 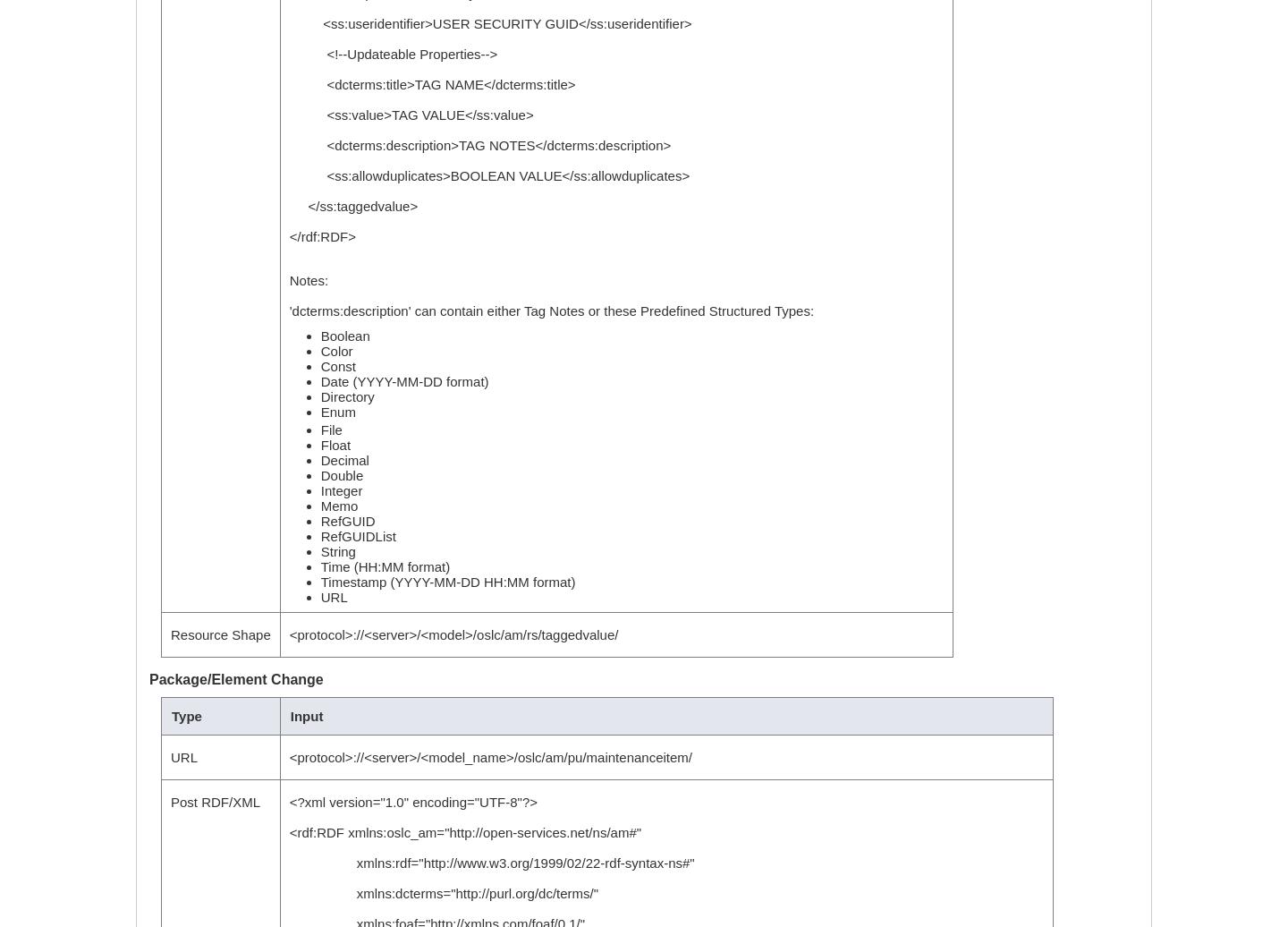 What do you see at coordinates (186, 716) in the screenshot?
I see `'Type'` at bounding box center [186, 716].